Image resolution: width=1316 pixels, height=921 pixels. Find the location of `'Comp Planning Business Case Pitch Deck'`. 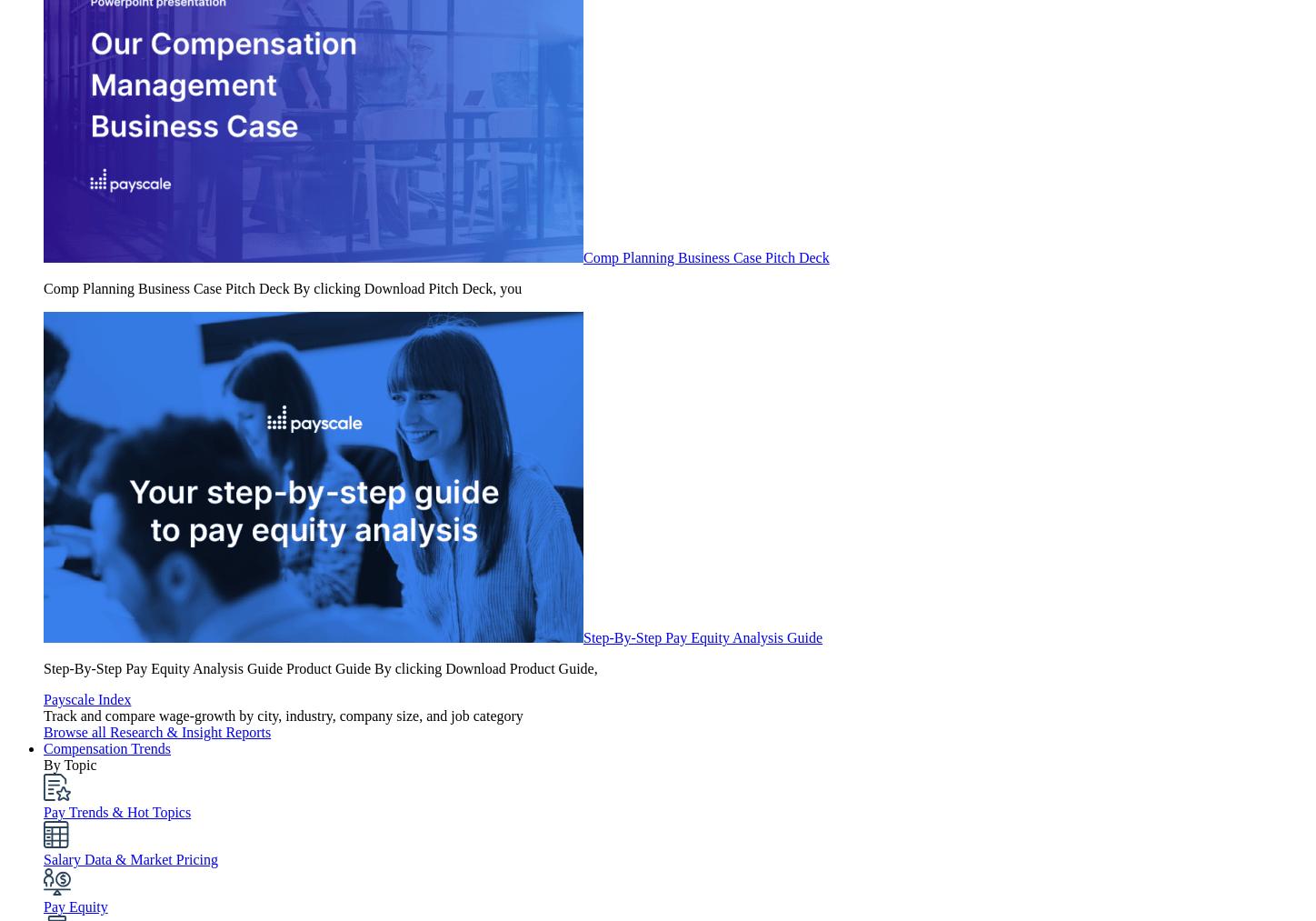

'Comp Planning Business Case Pitch Deck' is located at coordinates (705, 256).